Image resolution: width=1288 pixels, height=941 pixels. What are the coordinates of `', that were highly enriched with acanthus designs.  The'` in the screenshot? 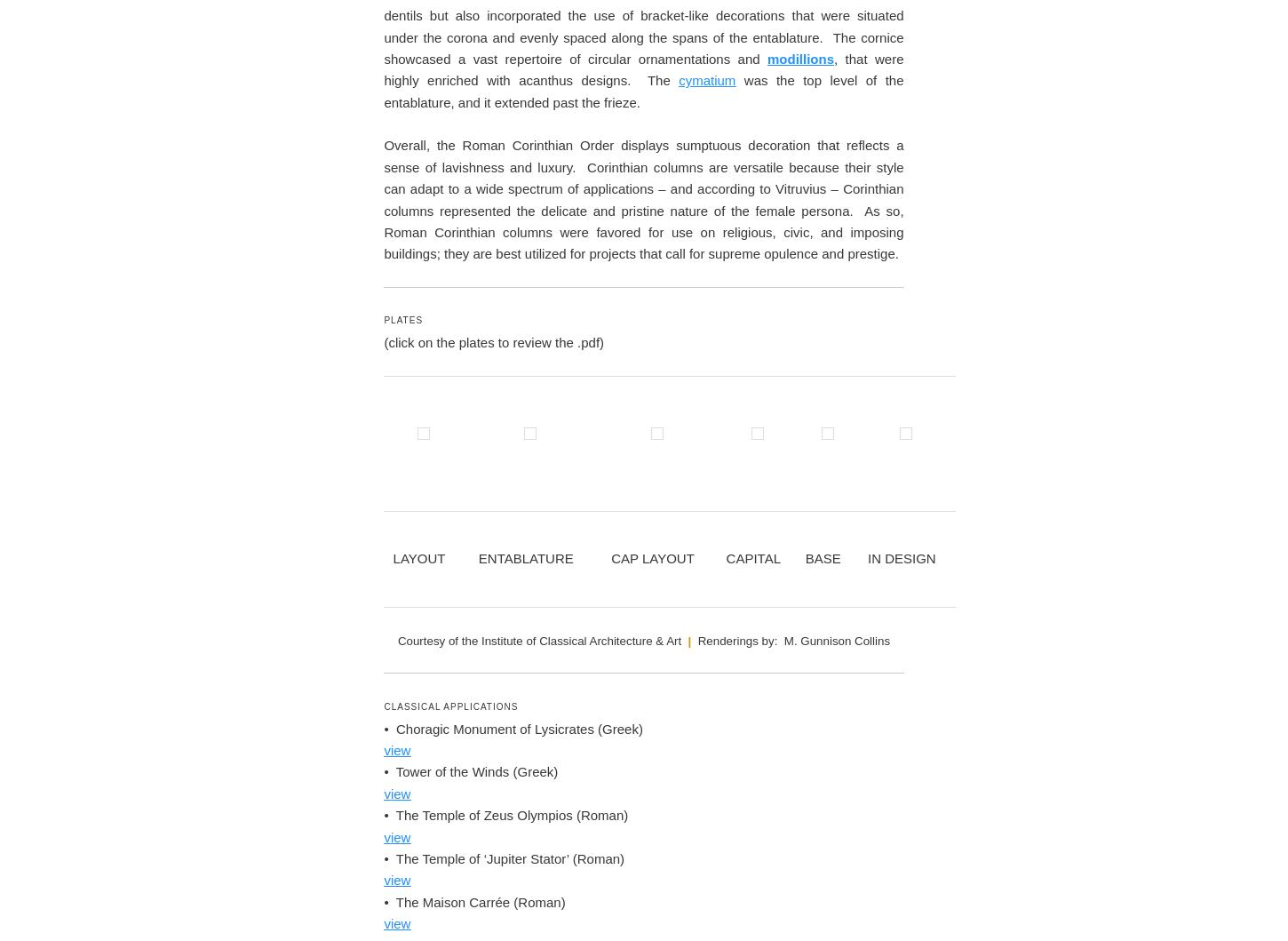 It's located at (642, 621).